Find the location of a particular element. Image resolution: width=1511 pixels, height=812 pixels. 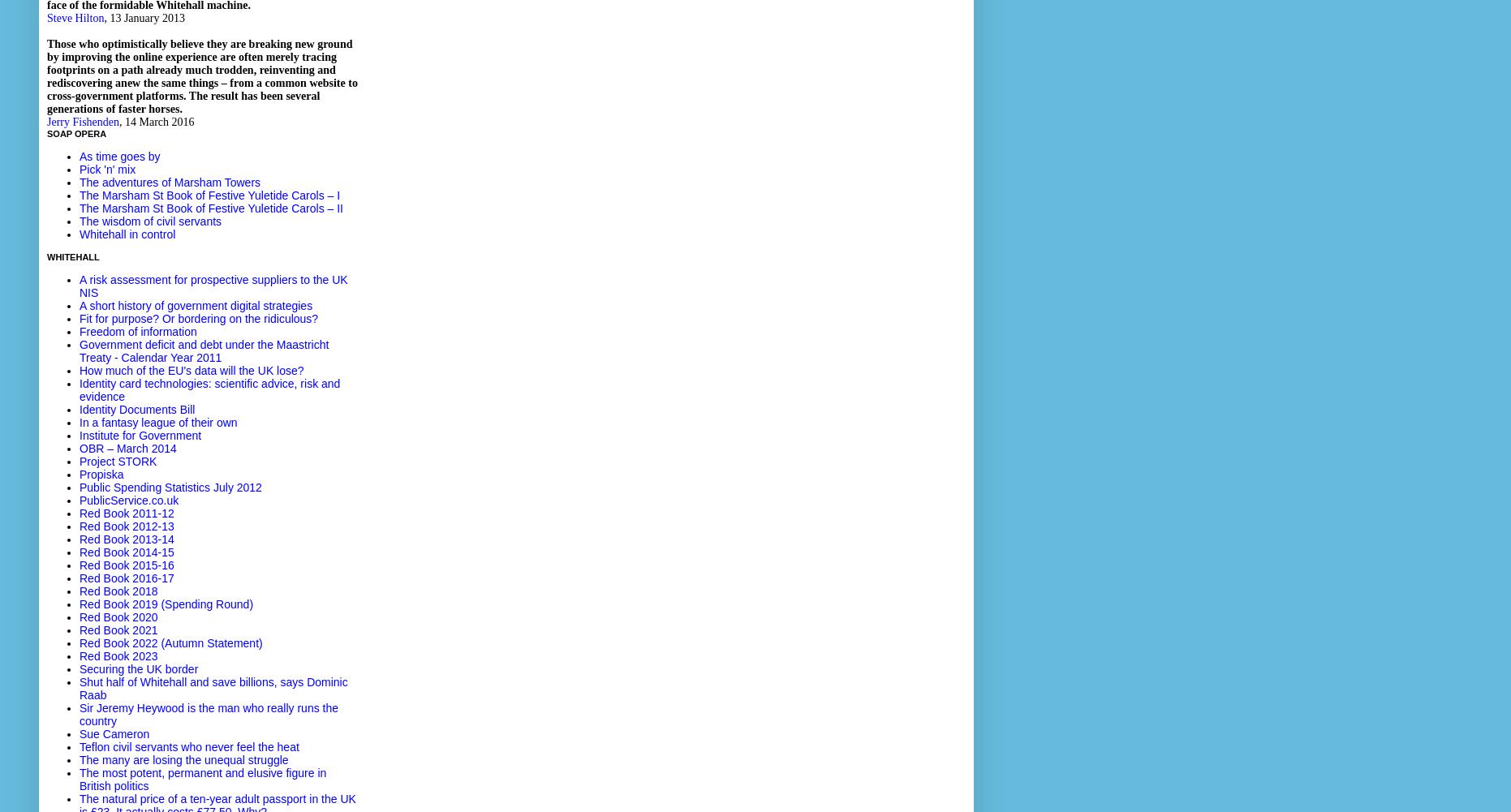

'Public Spending Statistics July 2012' is located at coordinates (79, 488).